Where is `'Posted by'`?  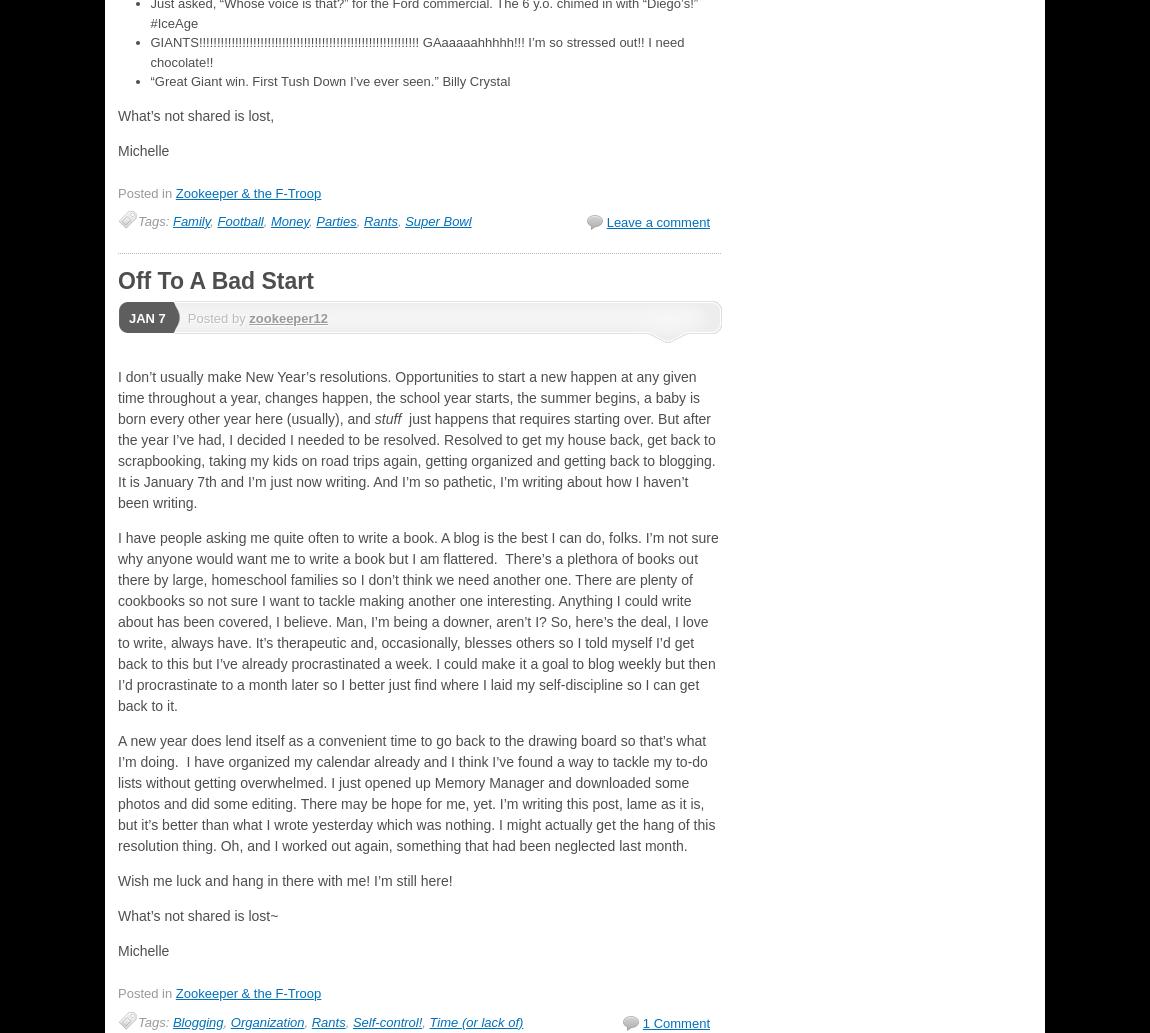
'Posted by' is located at coordinates (185, 317).